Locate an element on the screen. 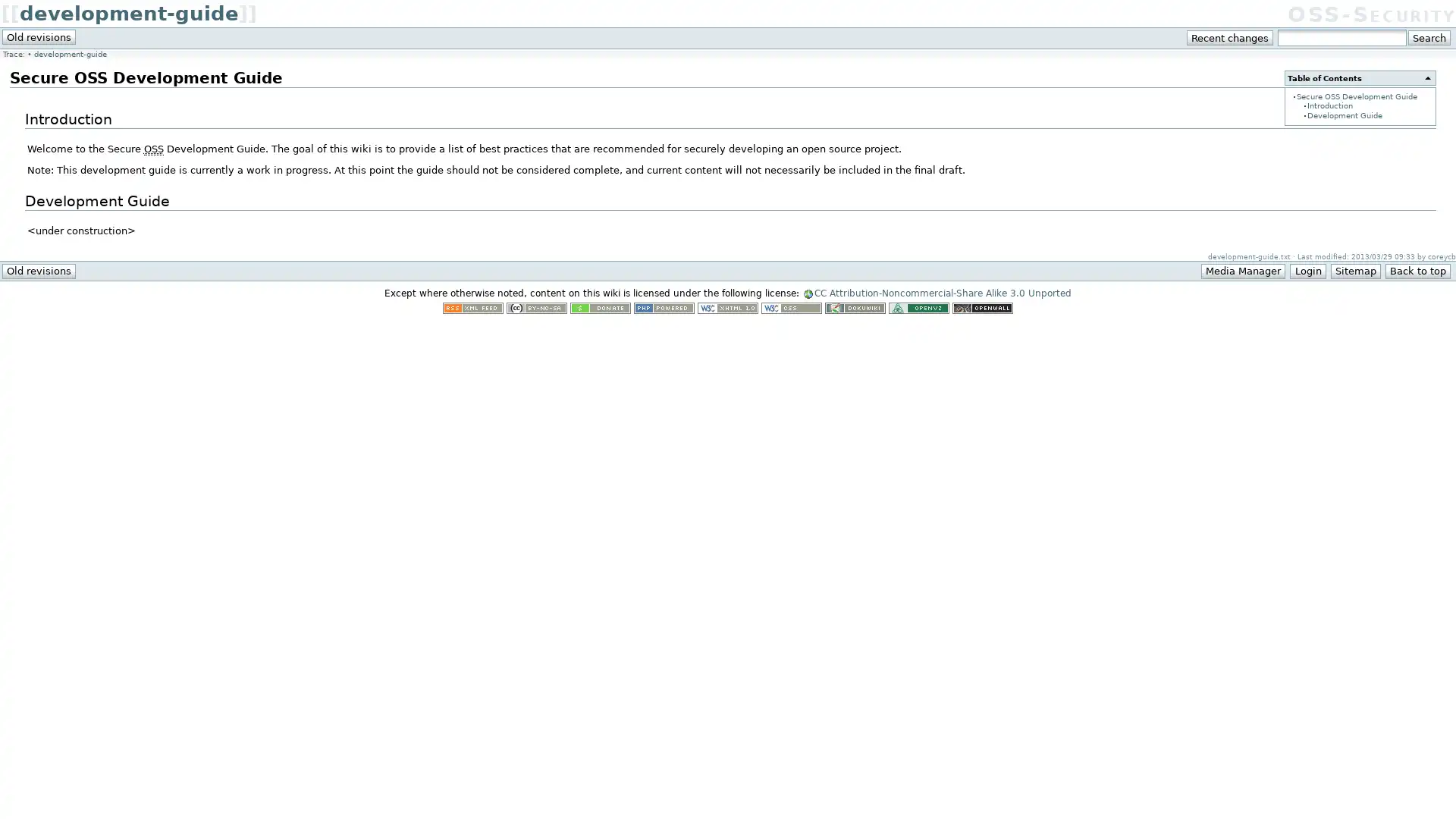 The height and width of the screenshot is (819, 1456). Old revisions is located at coordinates (39, 270).